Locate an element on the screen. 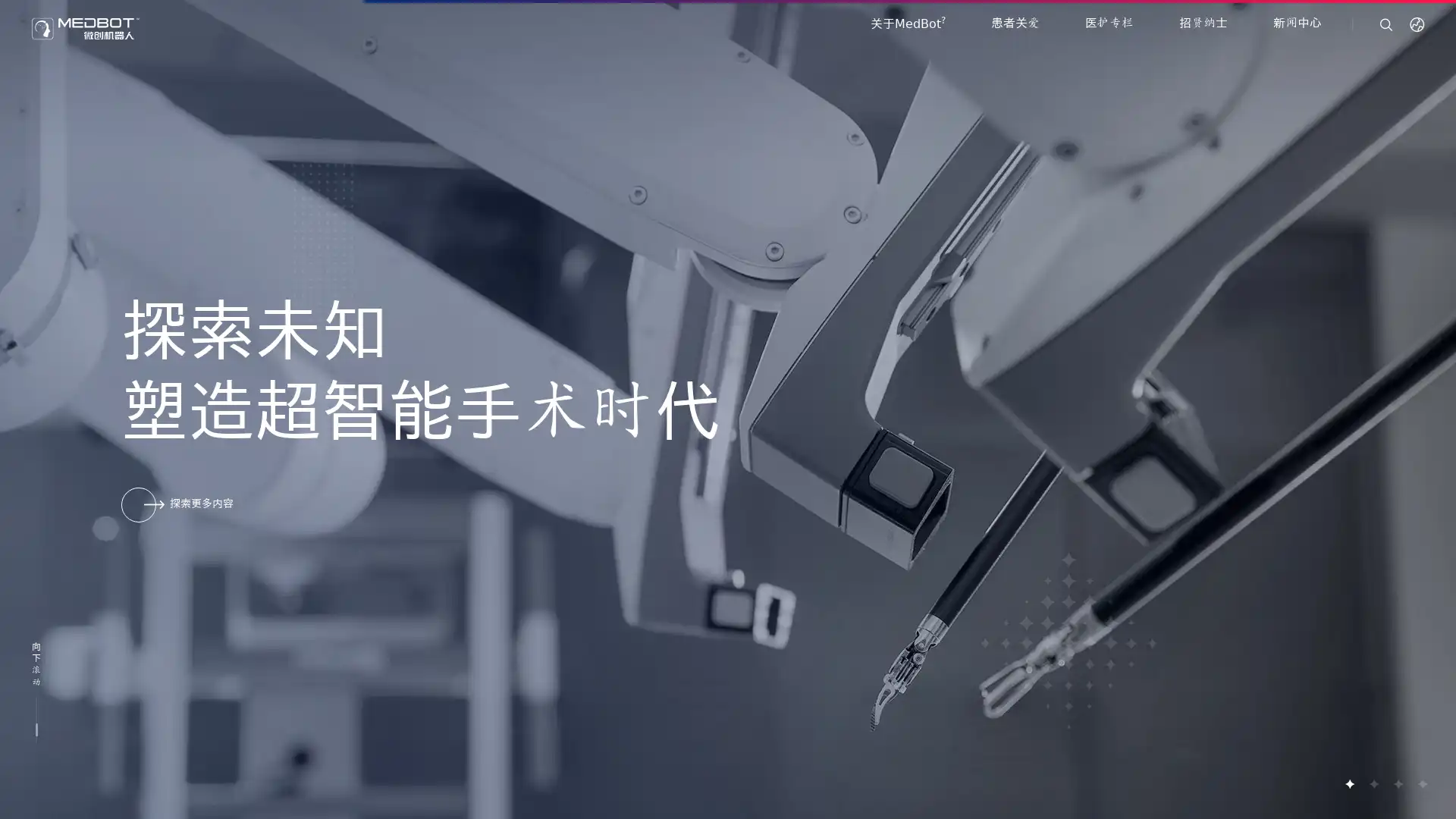 The image size is (1456, 819). Go to slide 4 is located at coordinates (1421, 783).